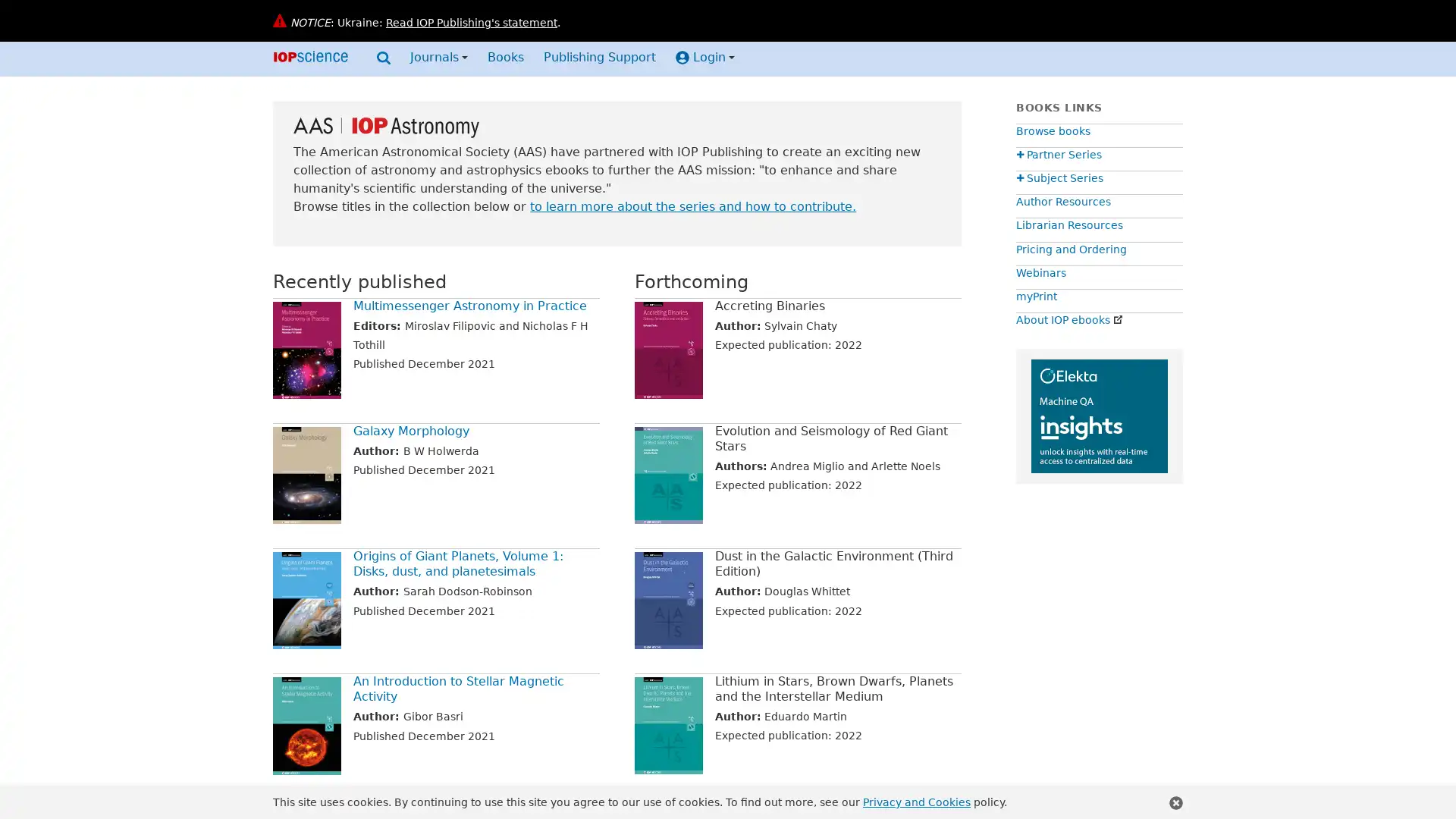  What do you see at coordinates (1058, 155) in the screenshot?
I see `Partner Series` at bounding box center [1058, 155].